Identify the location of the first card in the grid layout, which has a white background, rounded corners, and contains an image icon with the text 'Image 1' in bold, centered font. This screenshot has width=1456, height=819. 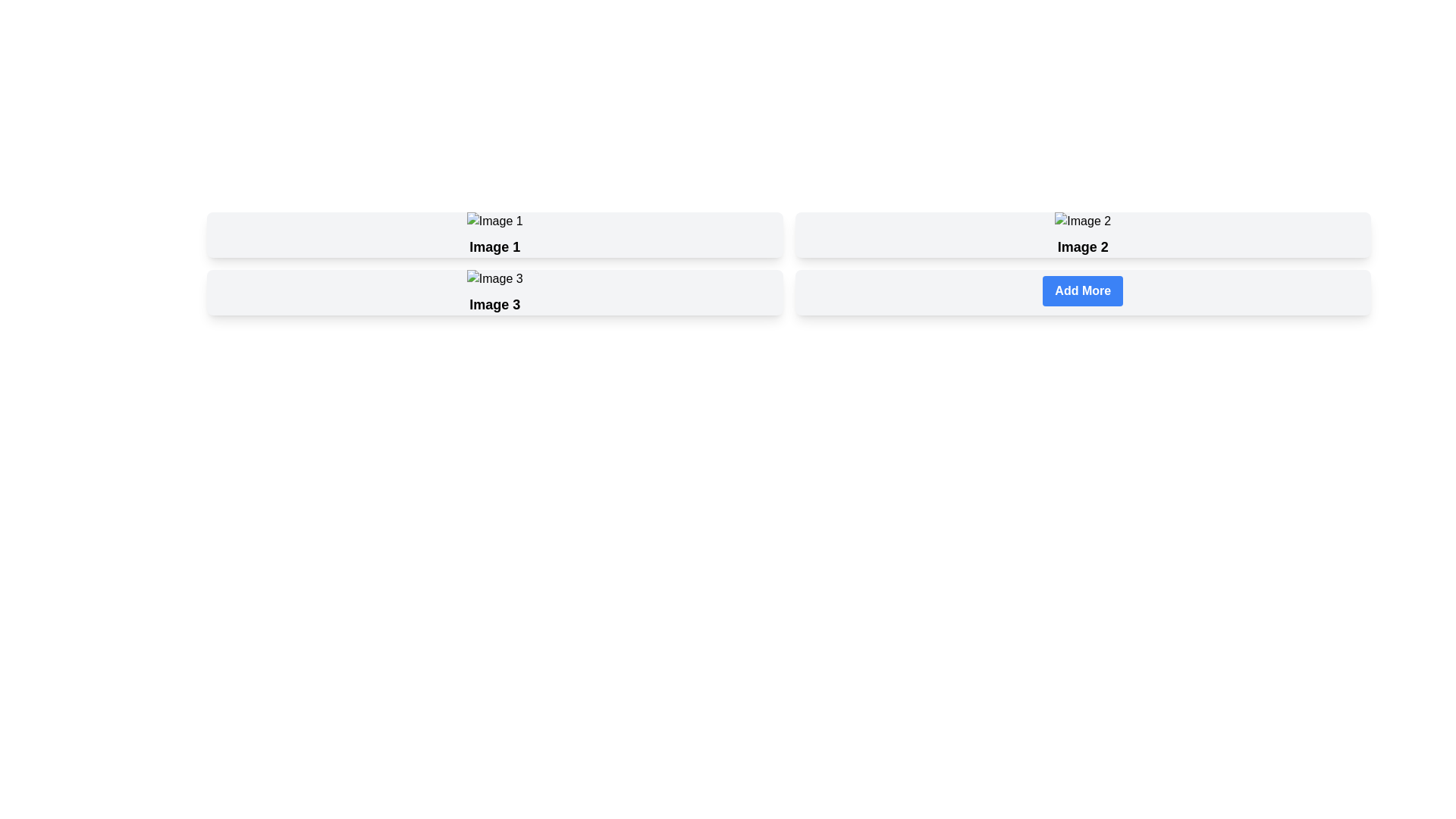
(494, 234).